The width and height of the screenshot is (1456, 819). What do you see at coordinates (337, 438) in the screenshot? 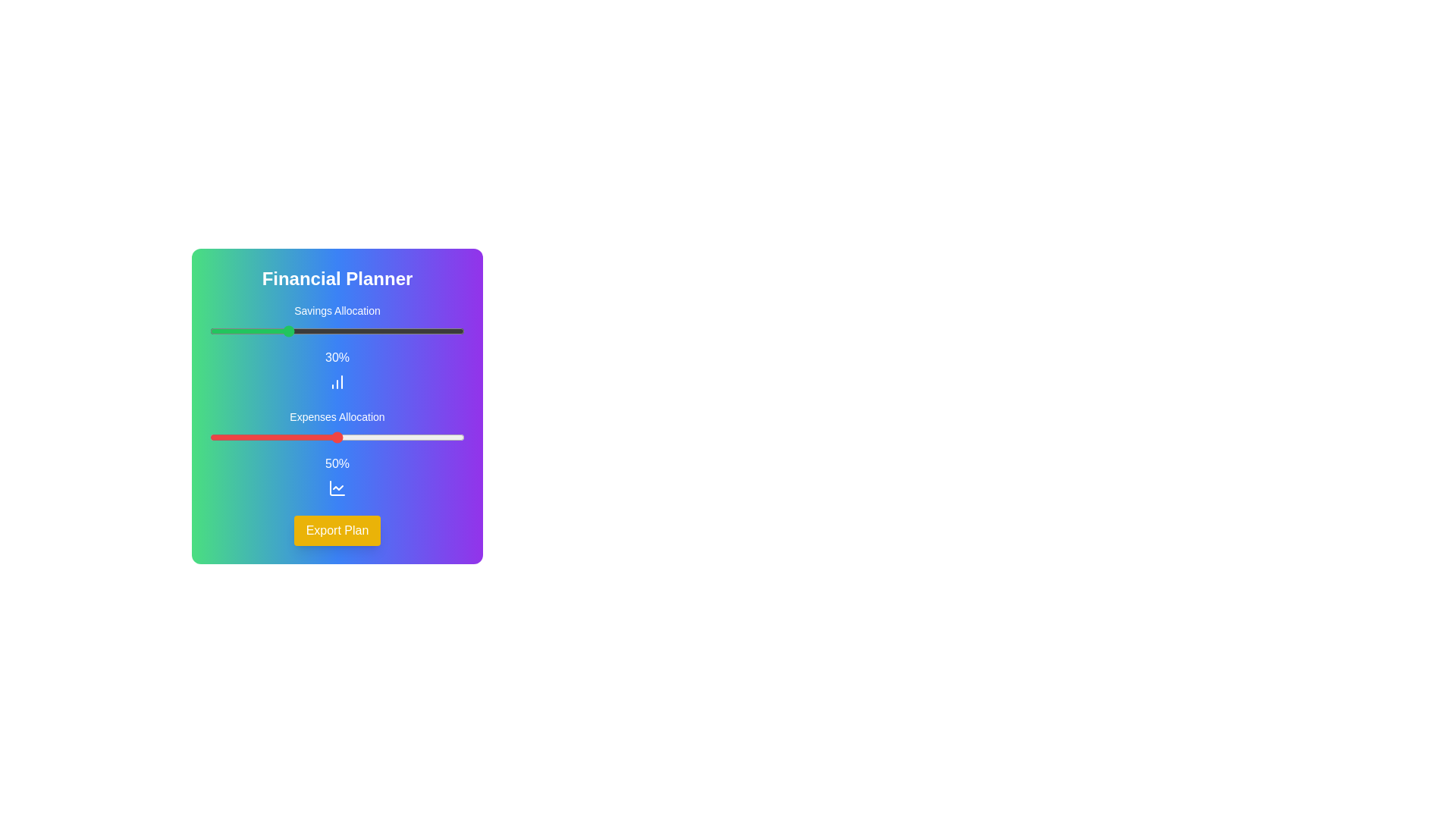
I see `and drag the circular red thumb of the range slider located beneath the 'Expenses Allocation' text to adjust its value` at bounding box center [337, 438].